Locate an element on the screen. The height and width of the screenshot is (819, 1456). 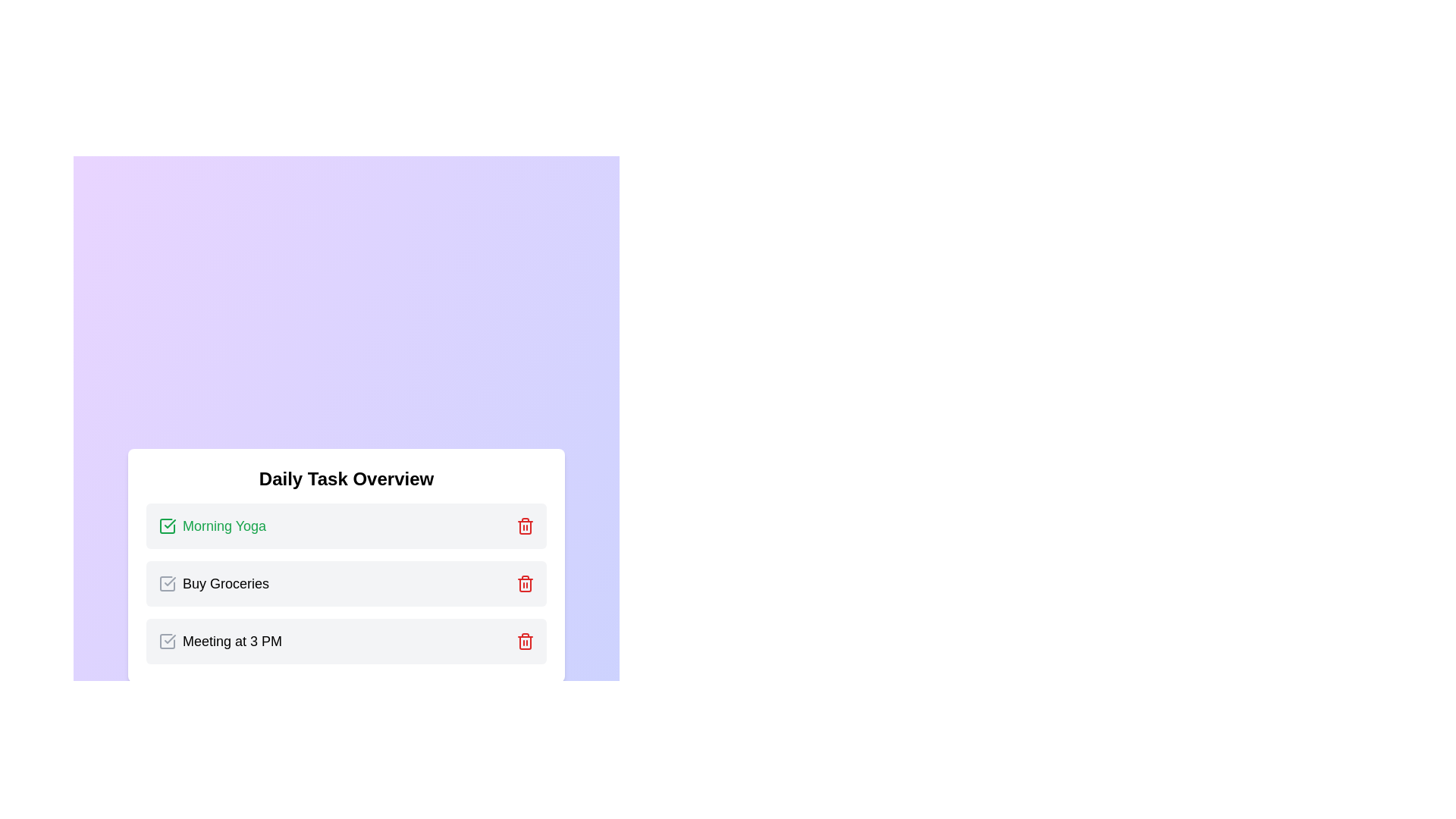
the trash icon next to the task labeled Buy Groceries to delete it is located at coordinates (525, 583).